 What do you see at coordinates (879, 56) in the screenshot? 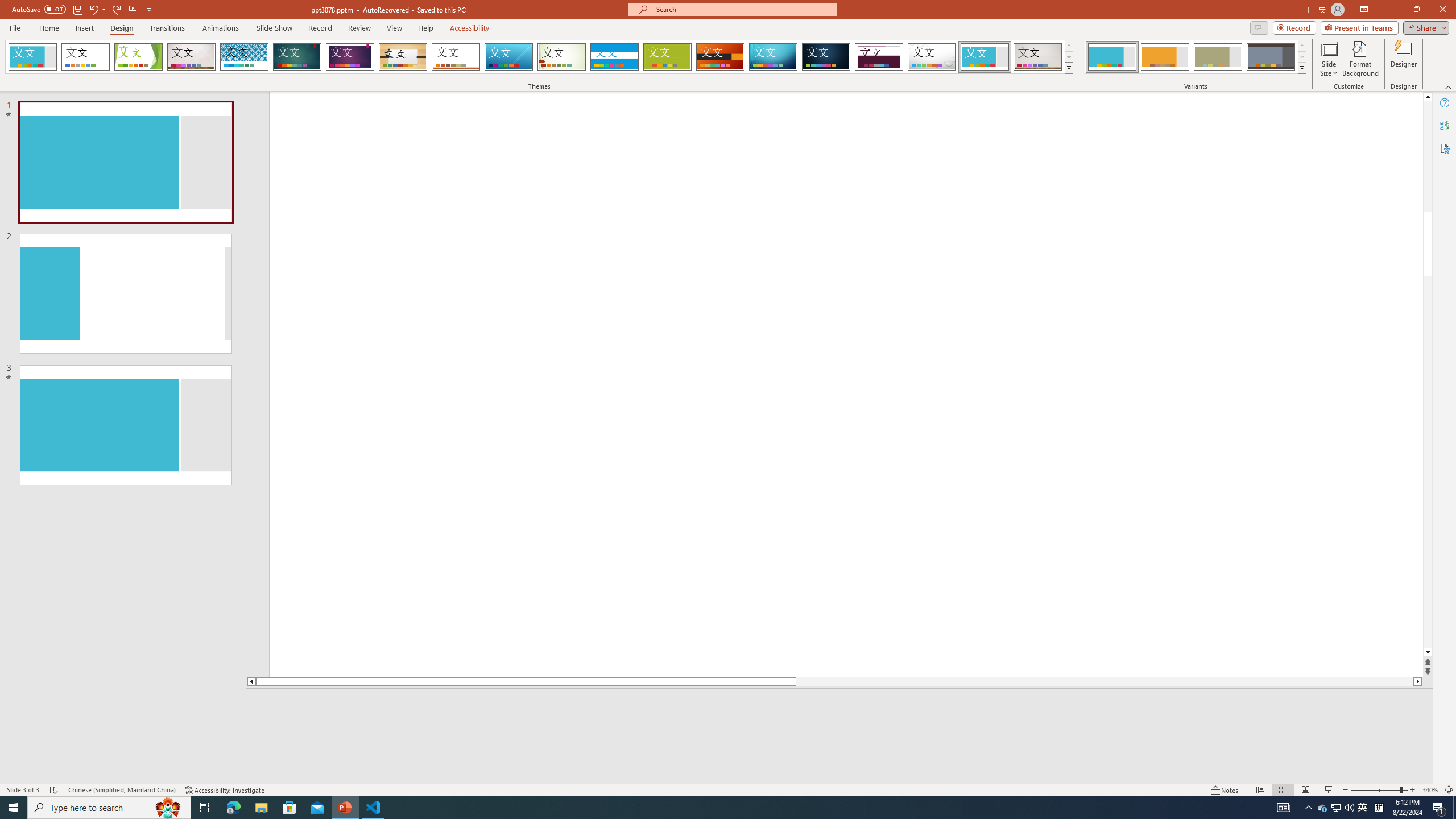
I see `'Dividend'` at bounding box center [879, 56].